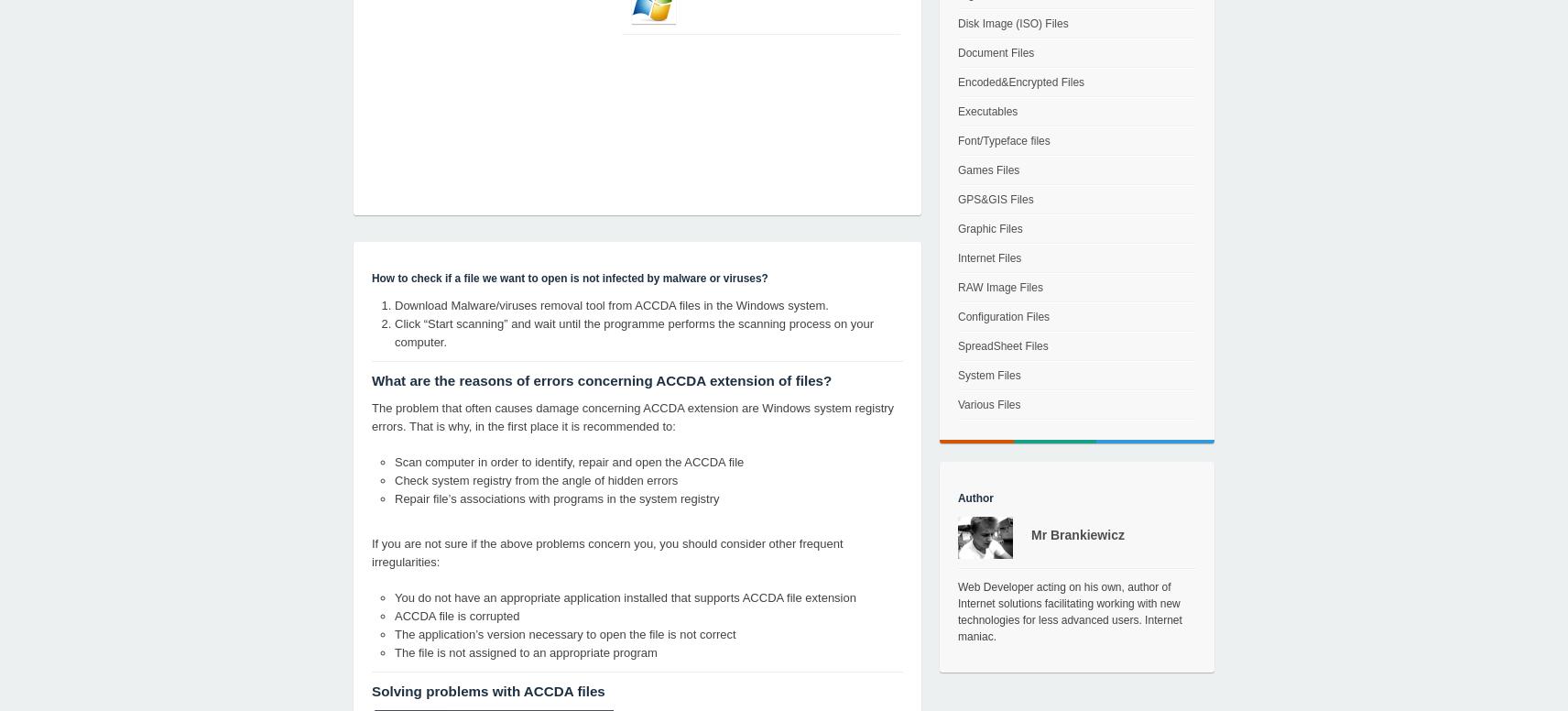  What do you see at coordinates (394, 461) in the screenshot?
I see `'Scan computer in order to identify, repair and open the ACCDA file'` at bounding box center [394, 461].